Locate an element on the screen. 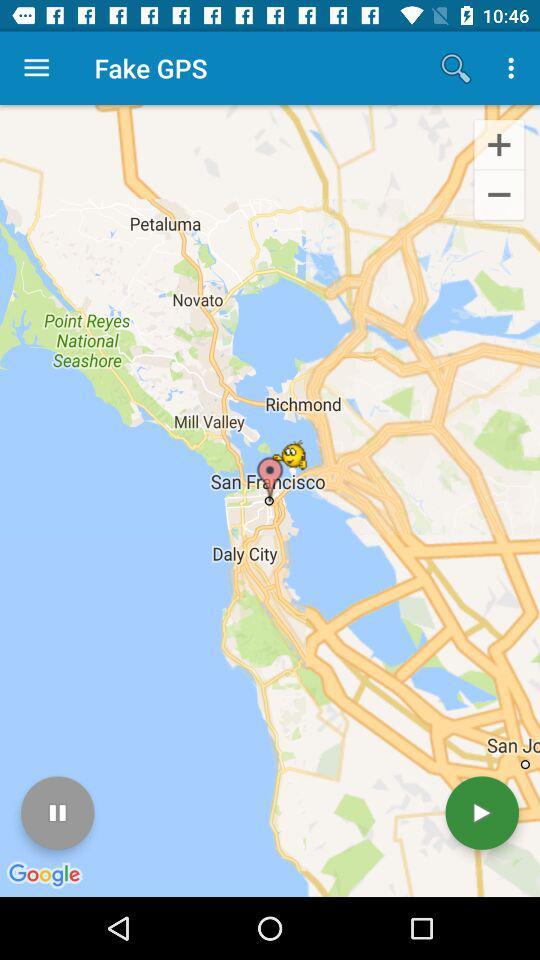 This screenshot has height=960, width=540. icon at the bottom right corner is located at coordinates (481, 813).